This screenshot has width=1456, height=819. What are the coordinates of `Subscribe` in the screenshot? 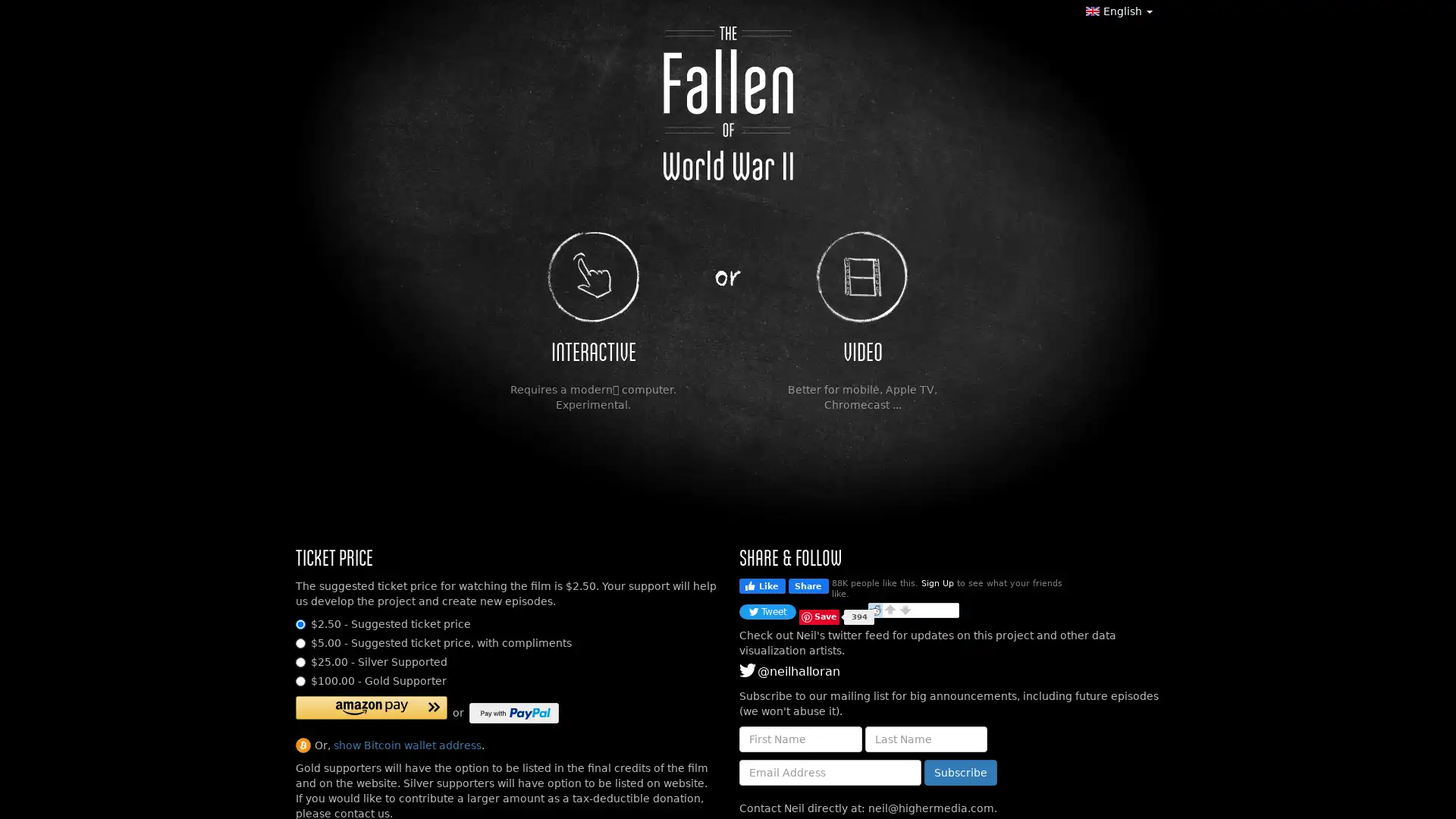 It's located at (960, 772).